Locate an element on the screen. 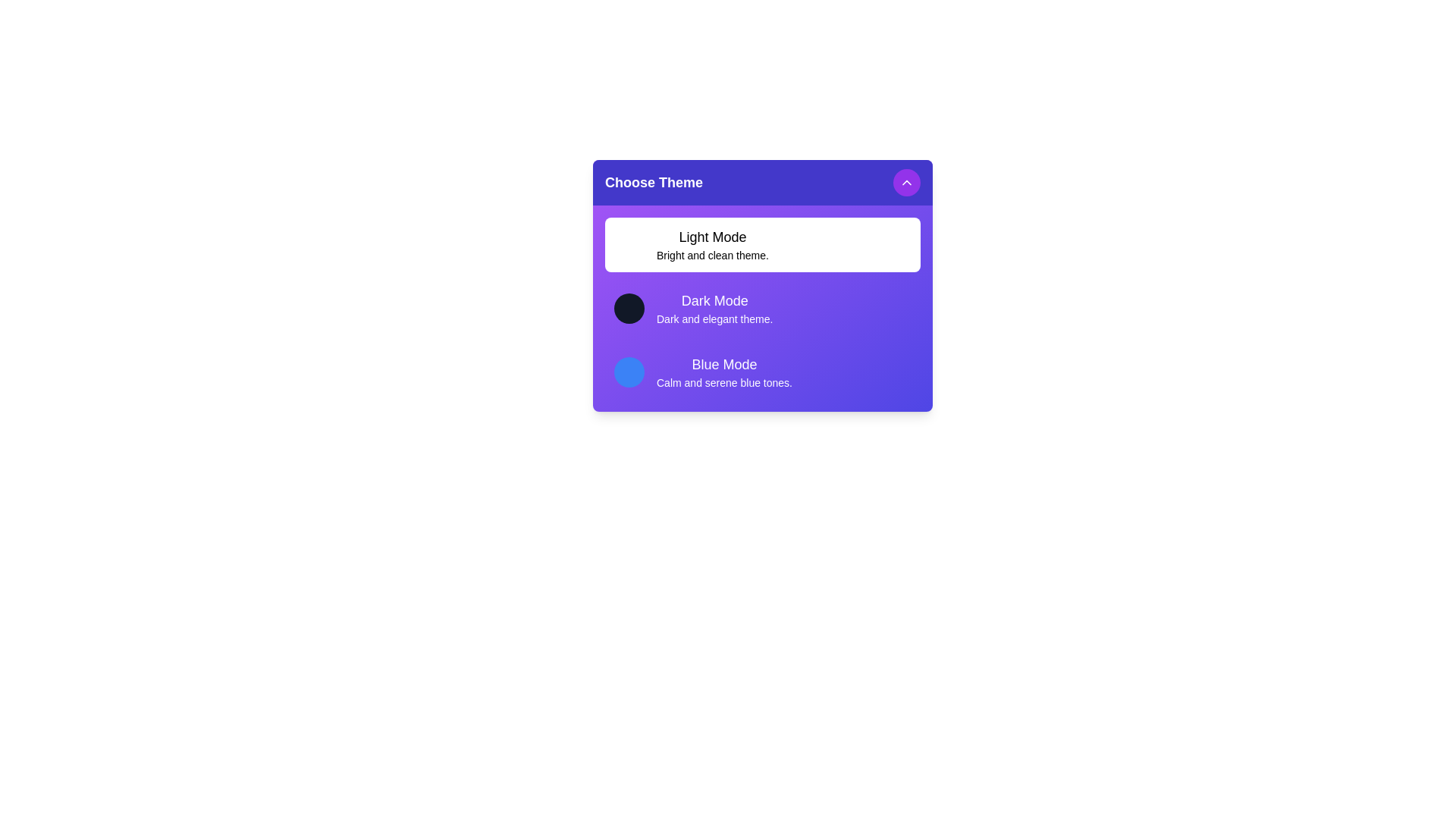 This screenshot has height=819, width=1456. toggle button to toggle the menu visibility is located at coordinates (906, 181).